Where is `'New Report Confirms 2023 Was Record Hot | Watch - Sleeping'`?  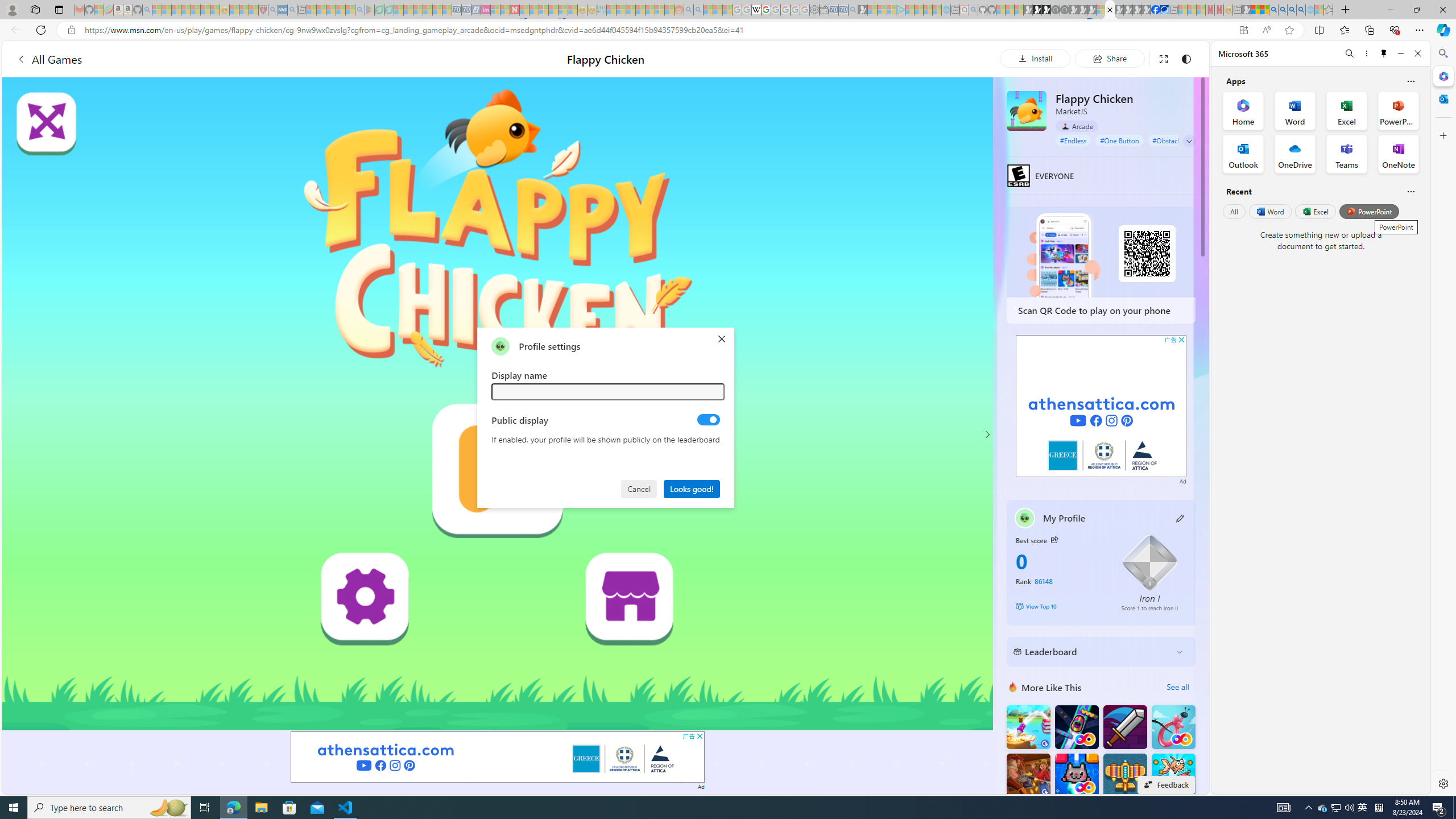 'New Report Confirms 2023 Was Record Hot | Watch - Sleeping' is located at coordinates (195, 9).